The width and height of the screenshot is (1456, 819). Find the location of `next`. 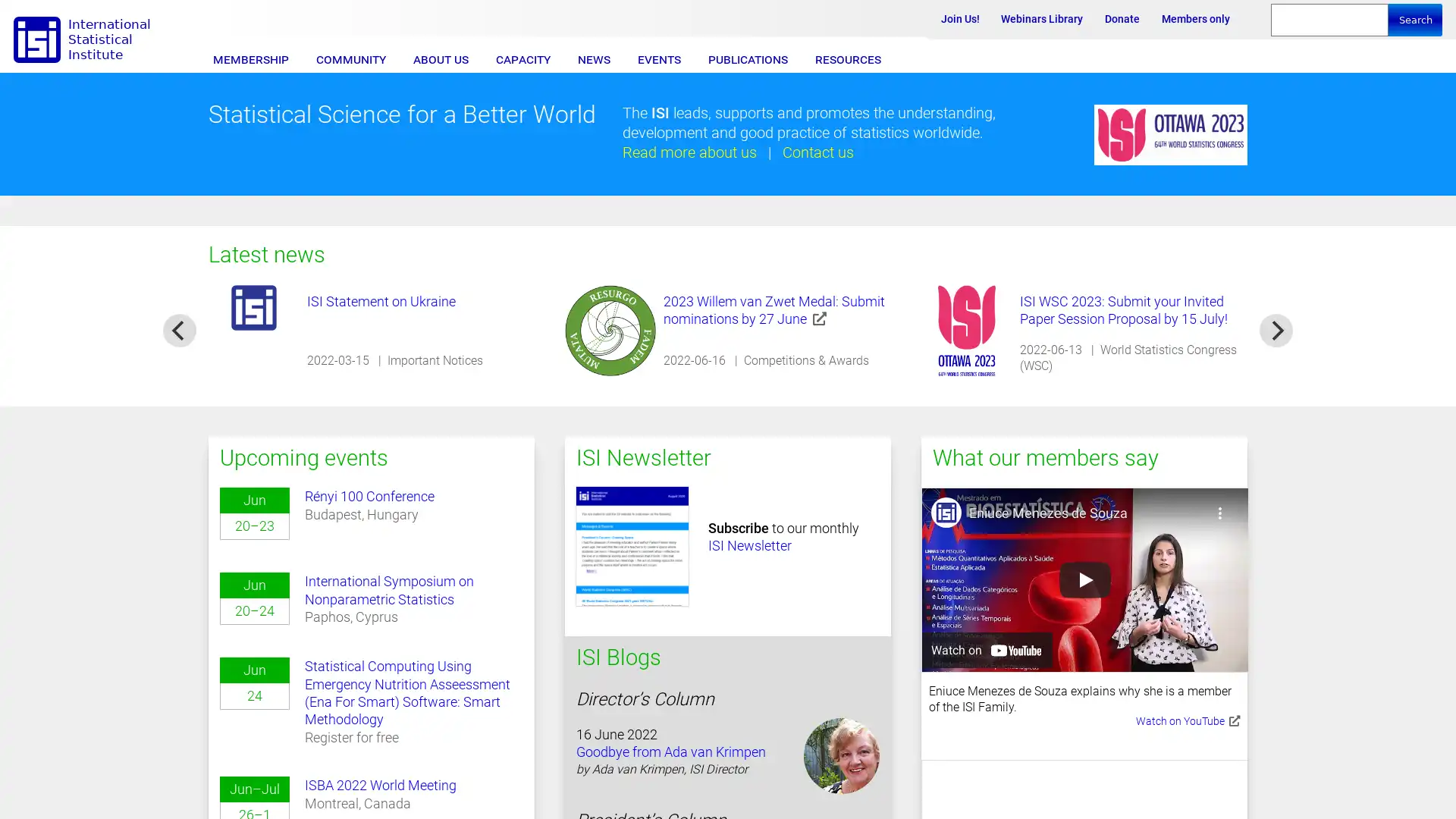

next is located at coordinates (1276, 329).